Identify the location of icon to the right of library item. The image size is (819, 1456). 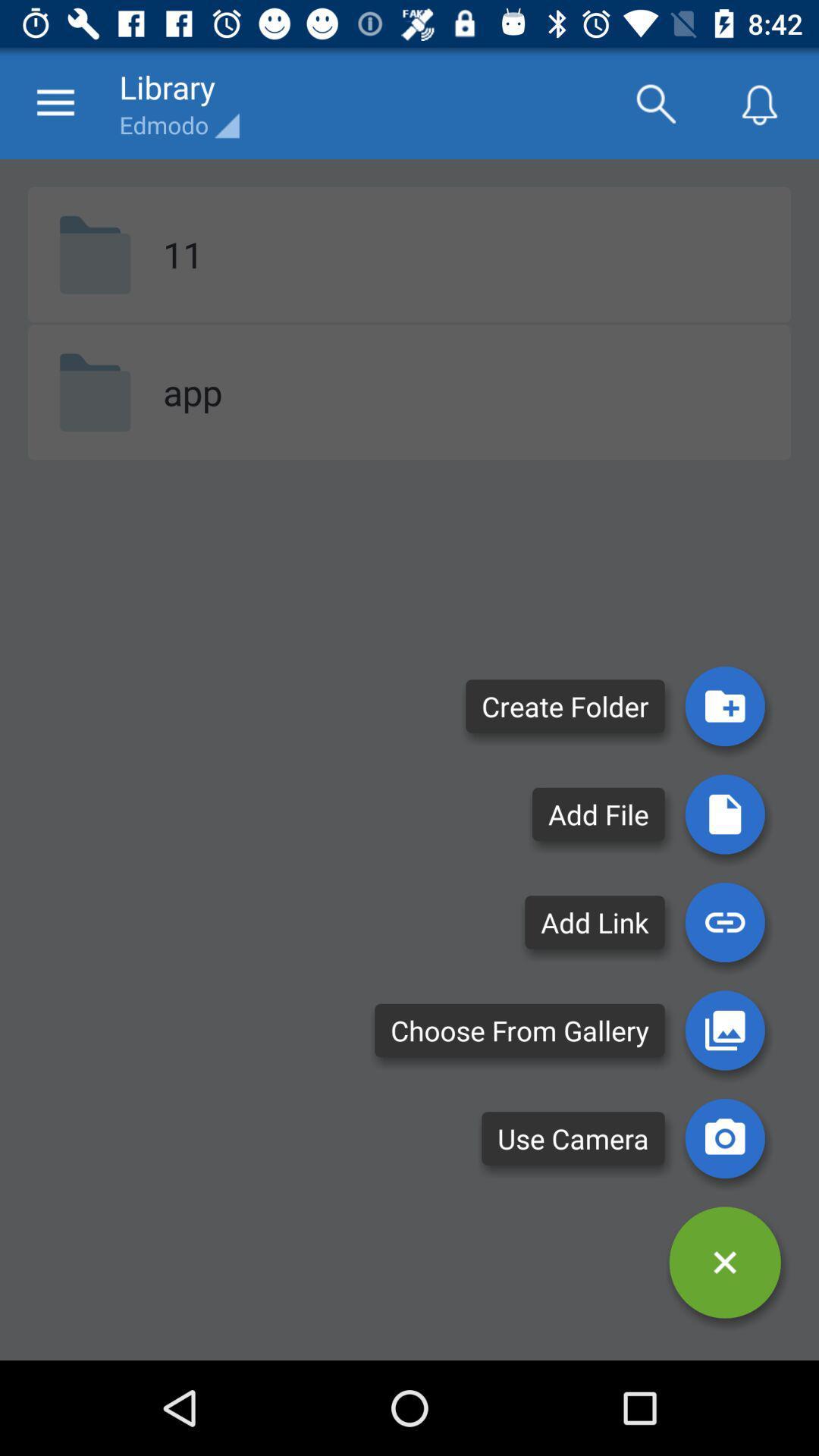
(654, 102).